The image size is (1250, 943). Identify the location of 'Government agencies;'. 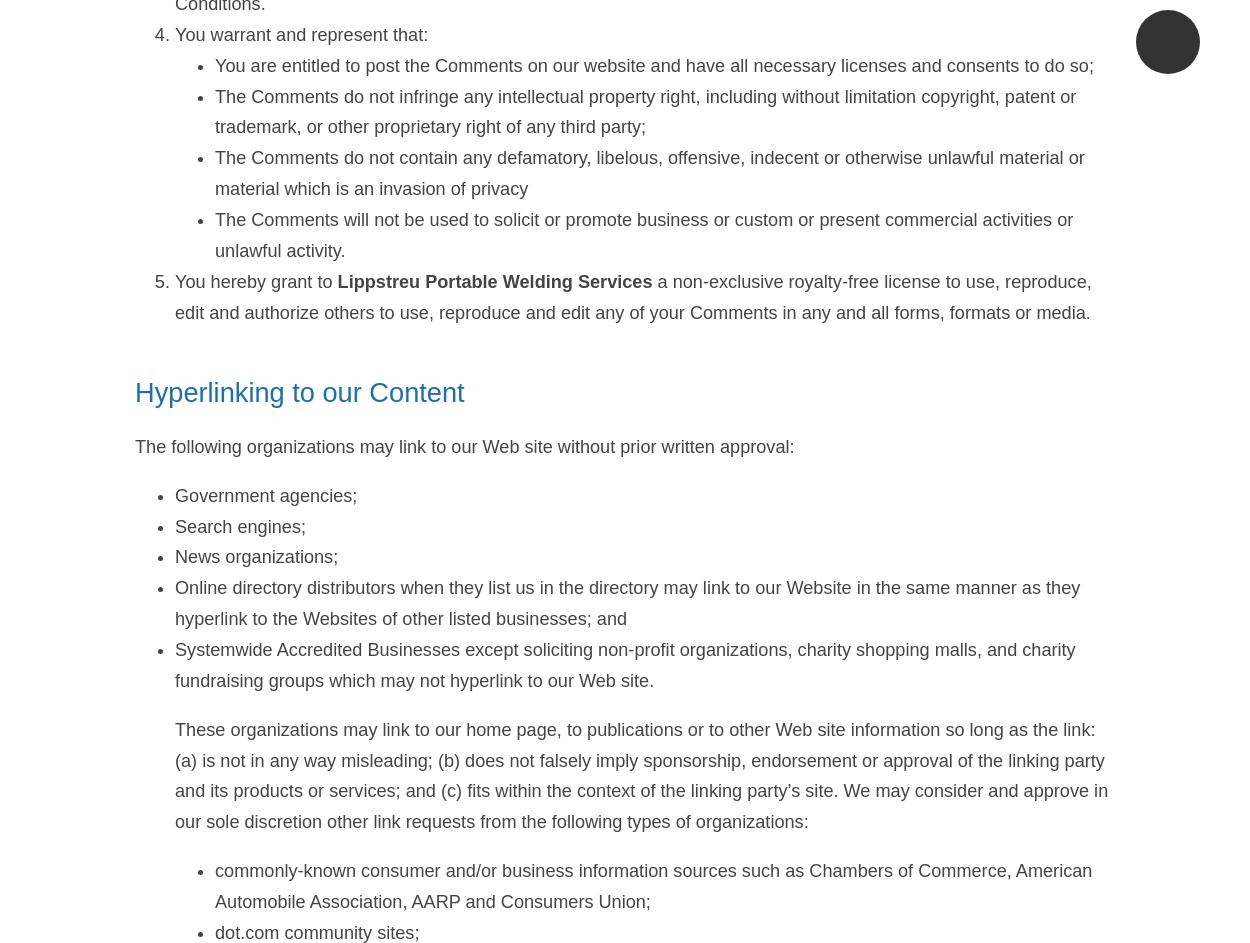
(175, 493).